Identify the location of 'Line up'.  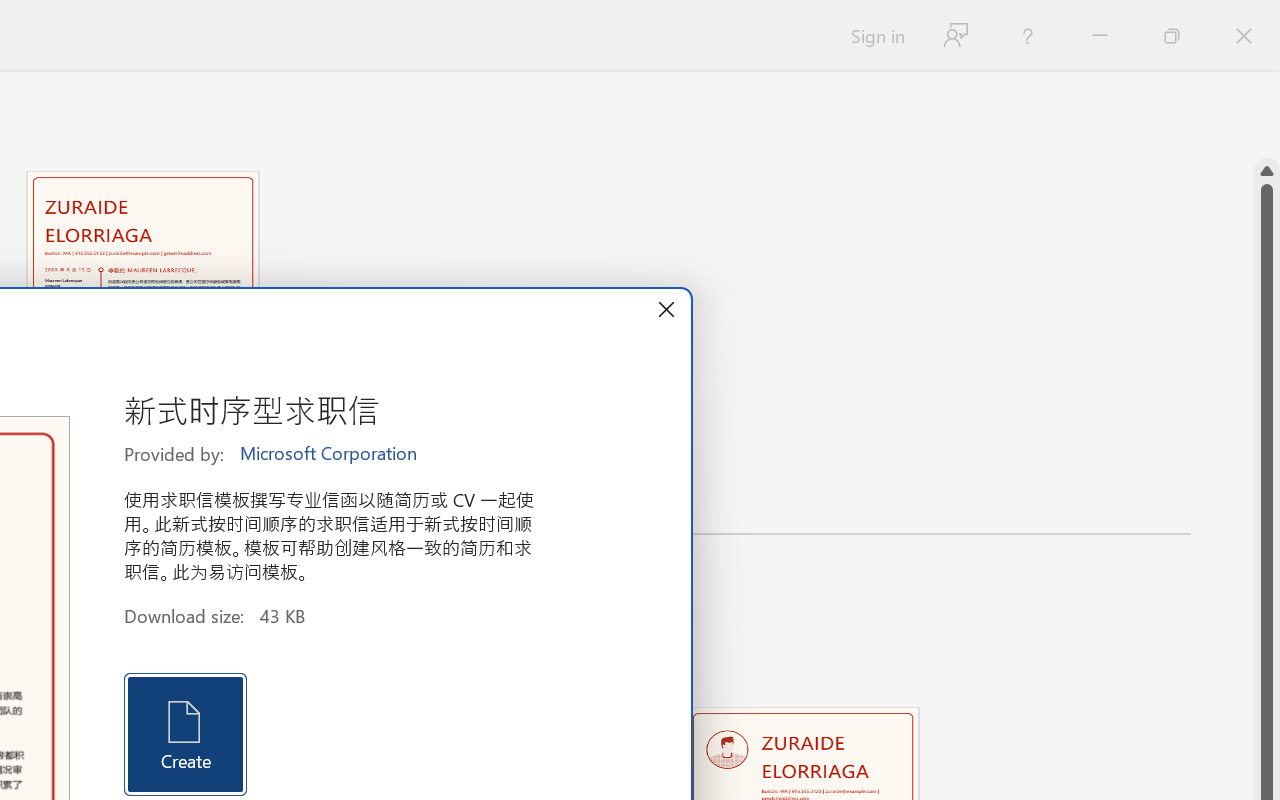
(1266, 170).